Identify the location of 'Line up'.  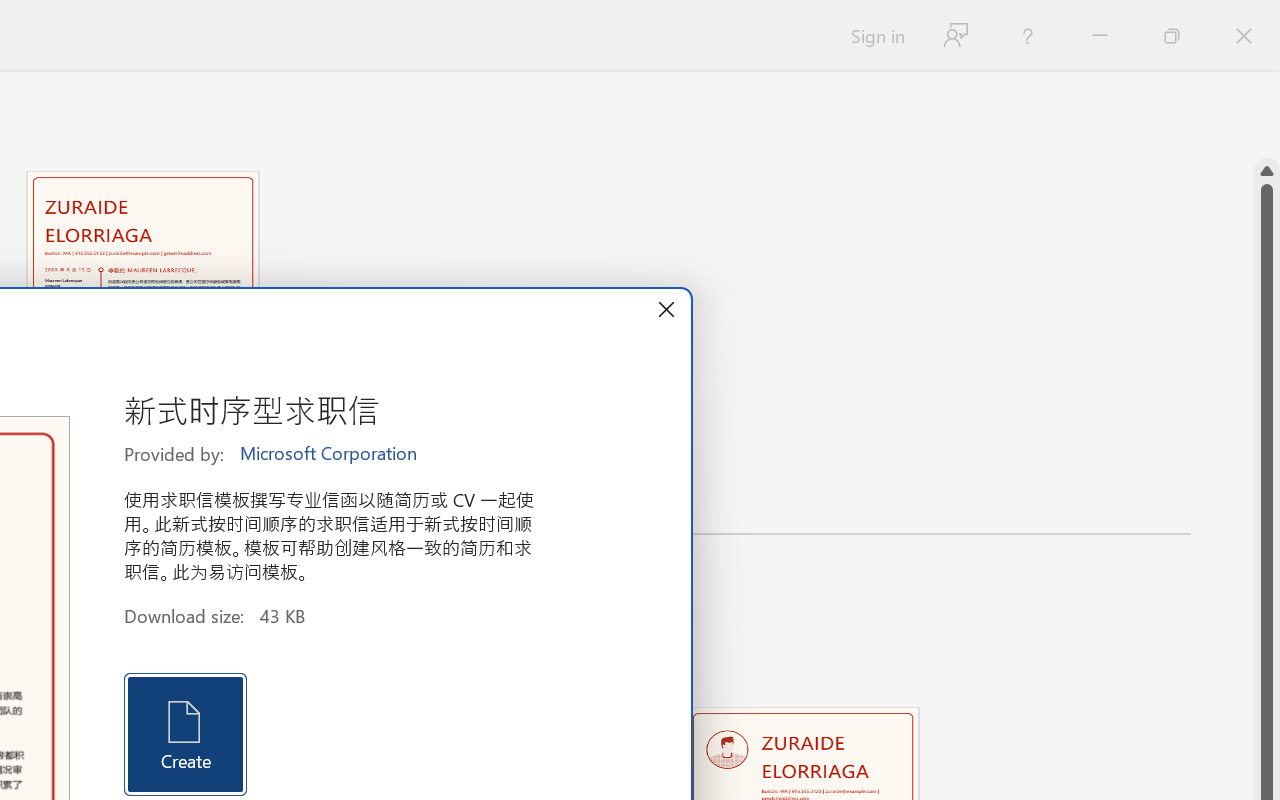
(1266, 170).